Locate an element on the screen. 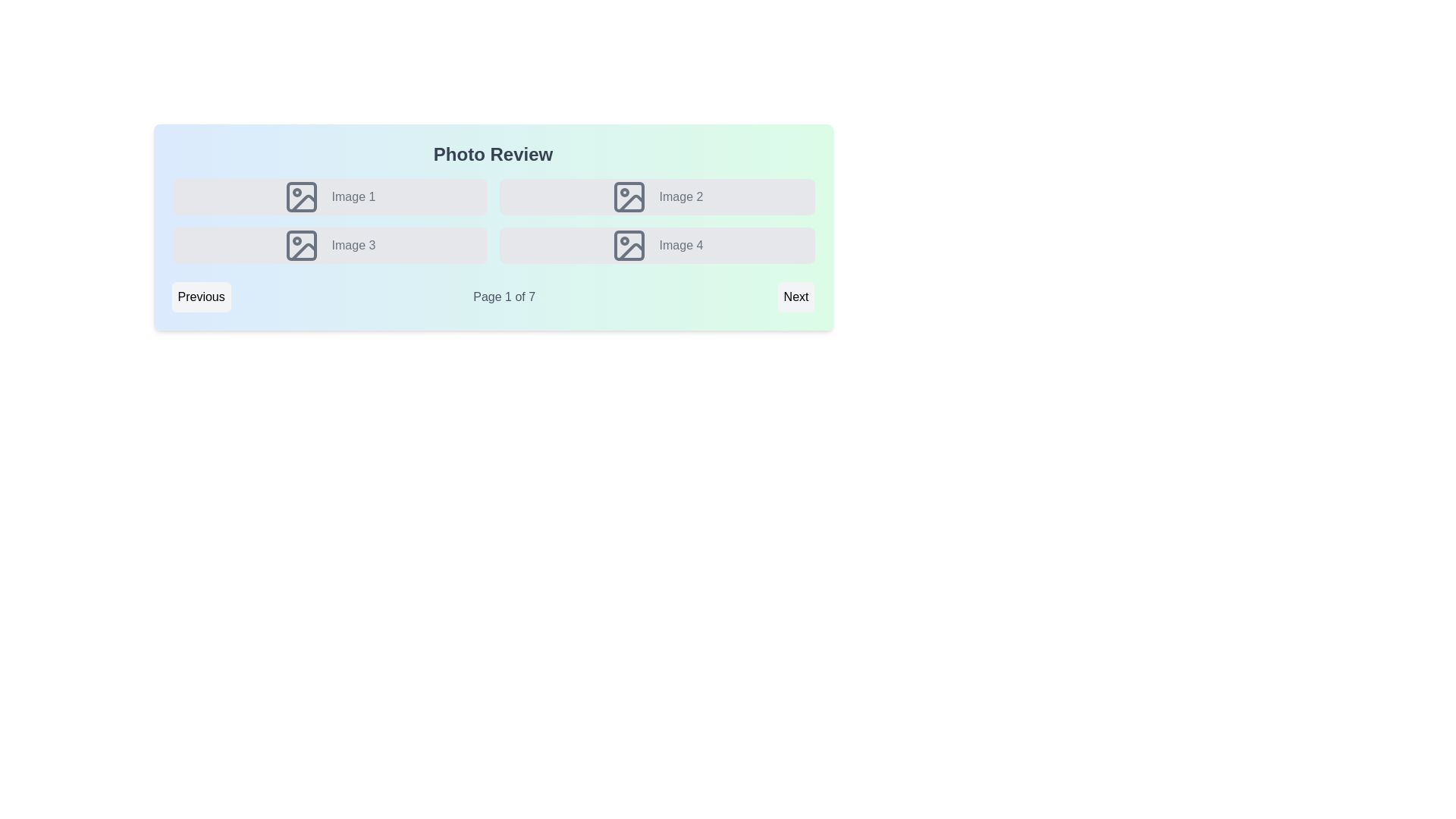  the text label that serves as a descriptor for the associated image, located to the right of the icon element representing an image is located at coordinates (680, 196).